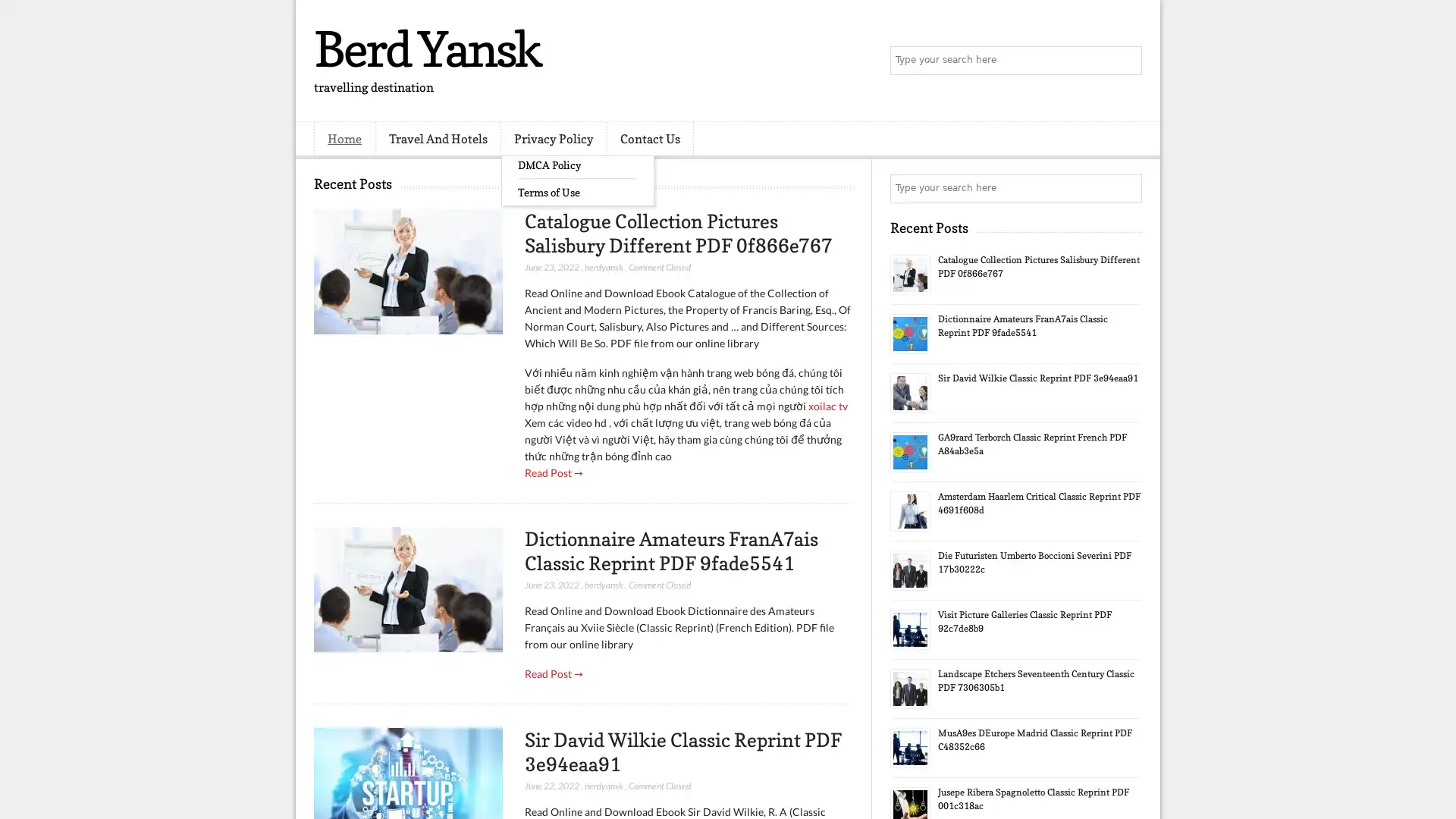 Image resolution: width=1456 pixels, height=819 pixels. I want to click on Search, so click(1126, 61).